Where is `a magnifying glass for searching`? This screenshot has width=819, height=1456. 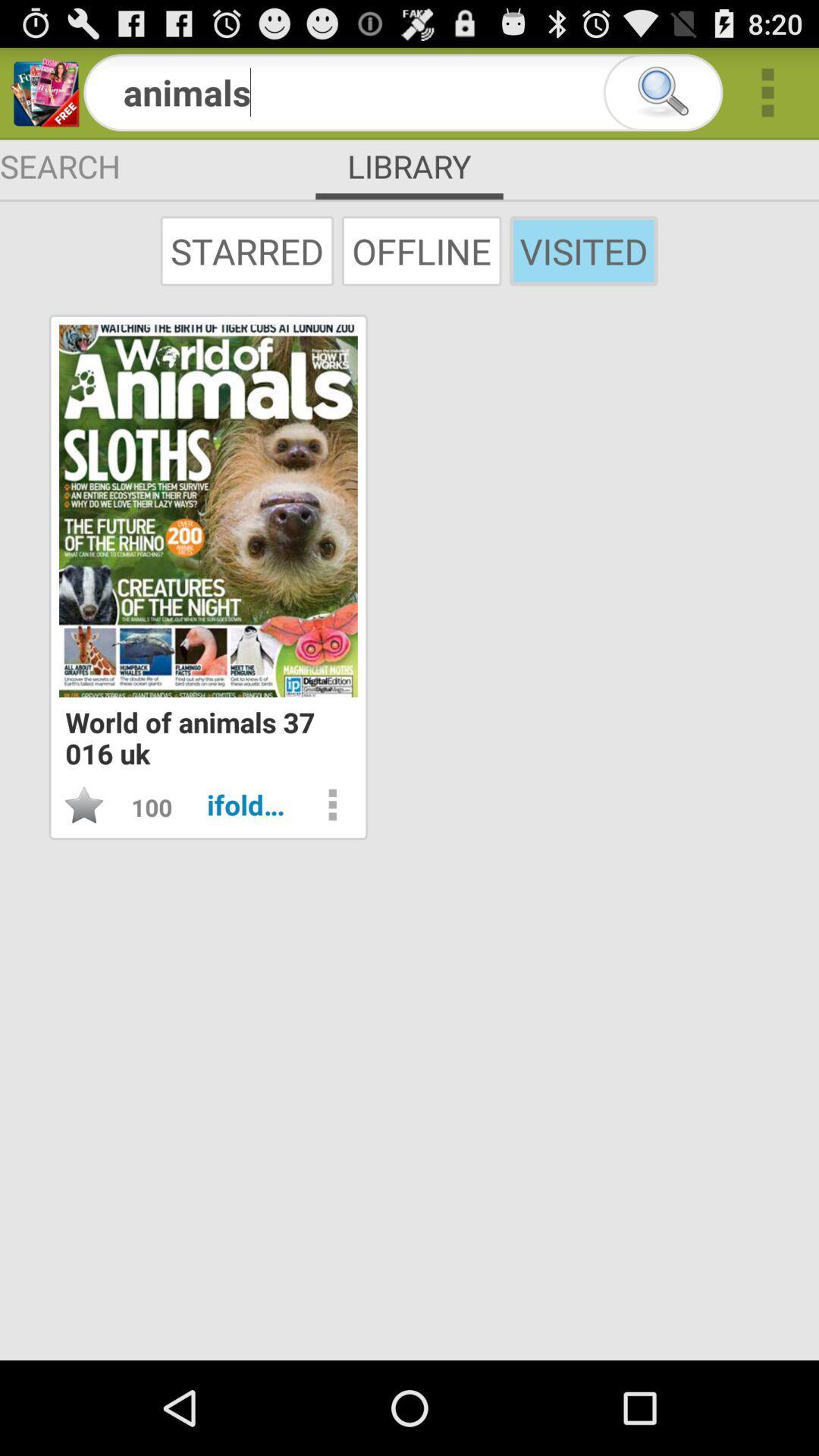
a magnifying glass for searching is located at coordinates (662, 92).